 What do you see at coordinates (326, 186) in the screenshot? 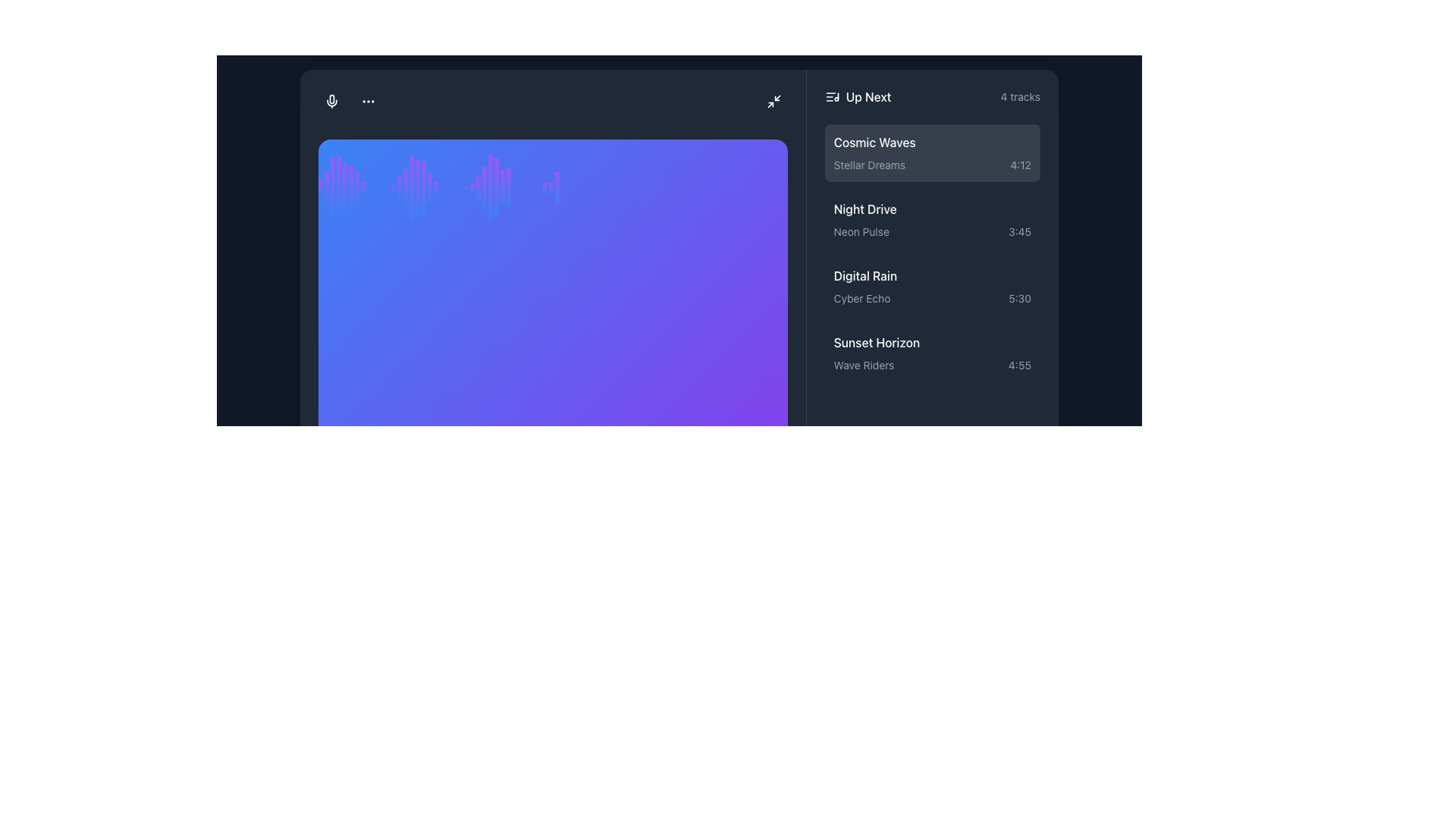
I see `the second vertical gradient bar, which transitions from blue at the bottom to purple at the top, located on the left side of the interface` at bounding box center [326, 186].